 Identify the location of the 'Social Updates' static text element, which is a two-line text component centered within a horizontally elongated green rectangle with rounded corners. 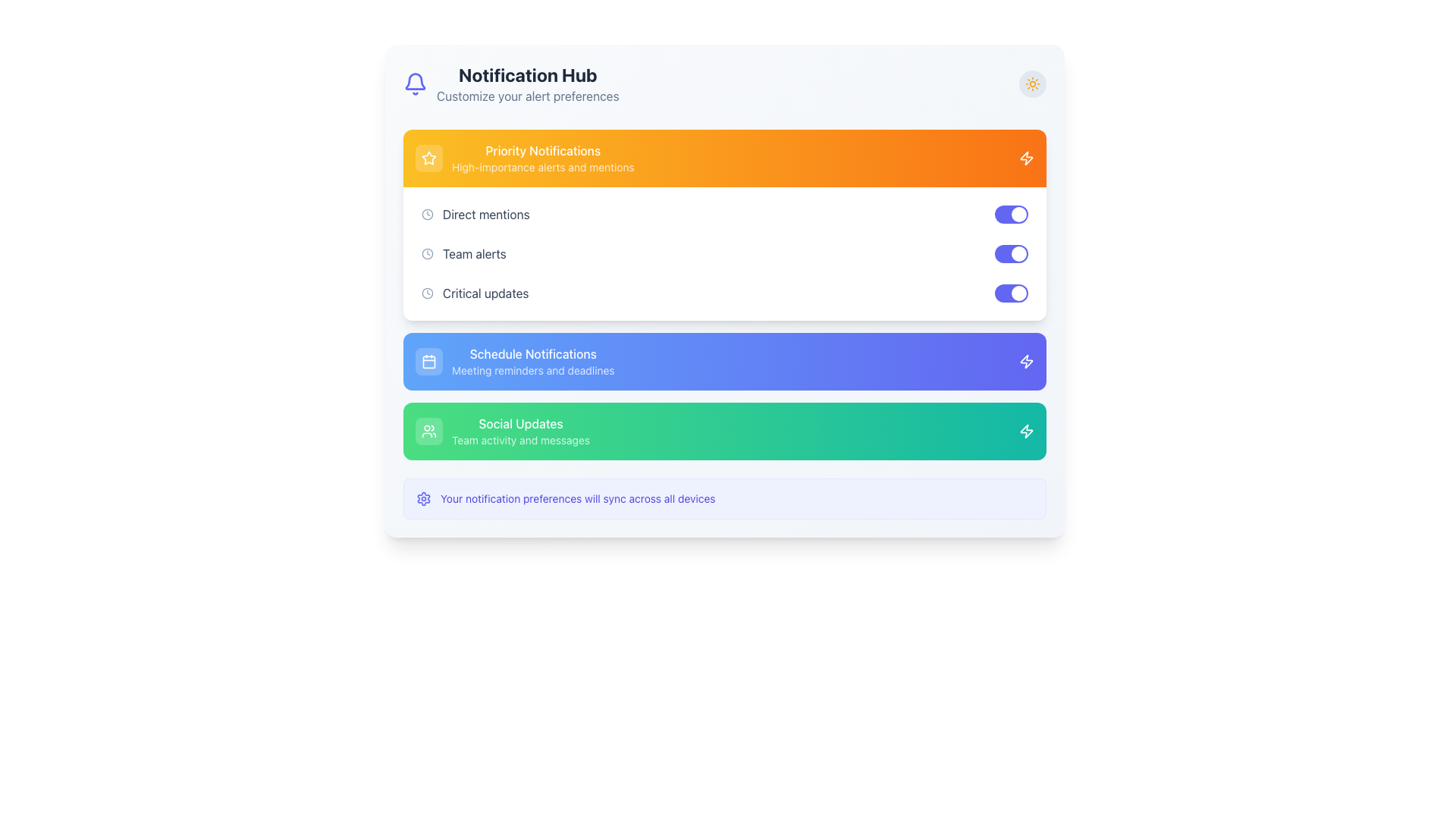
(520, 431).